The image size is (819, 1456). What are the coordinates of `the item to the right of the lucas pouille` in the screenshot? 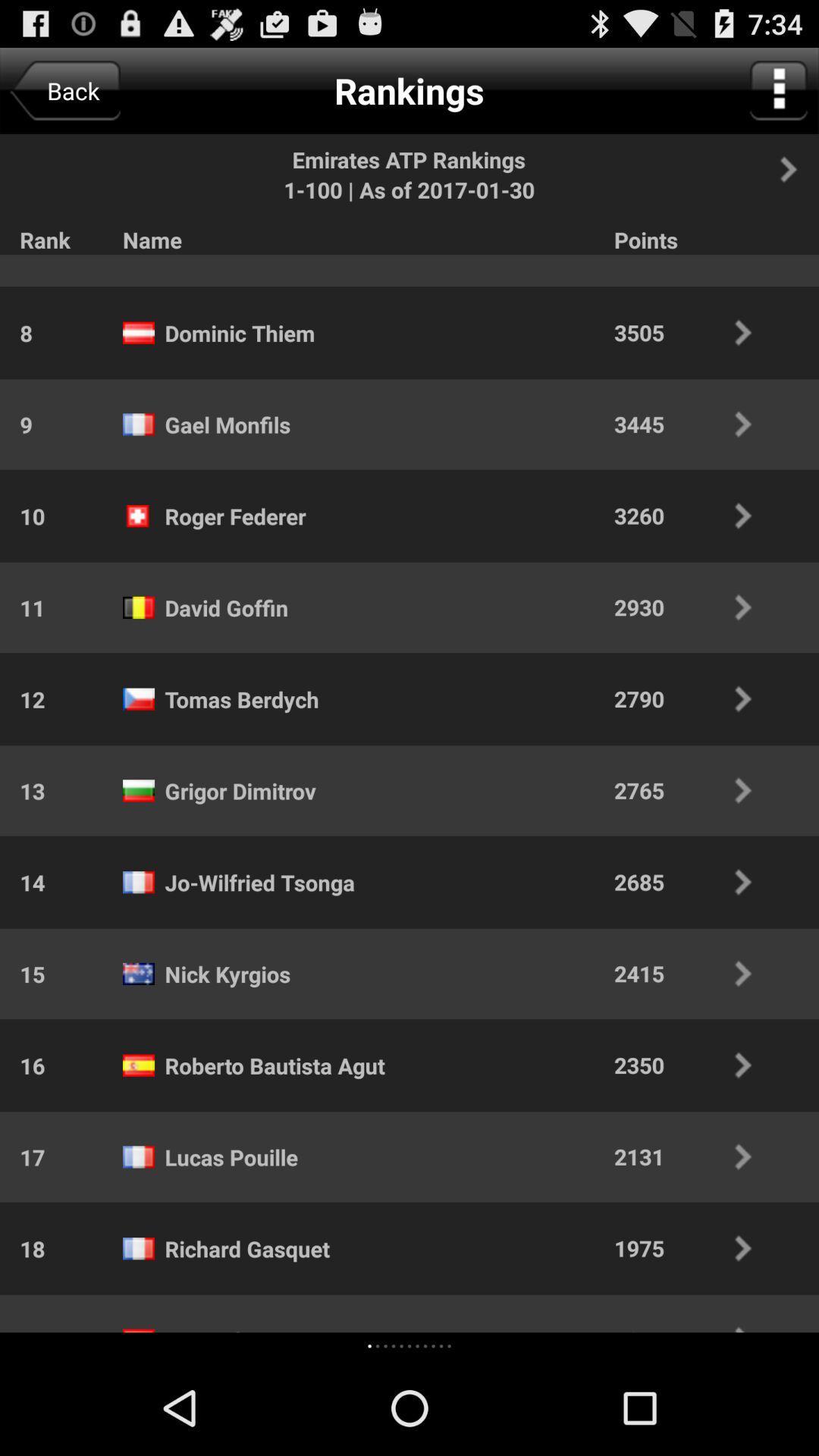 It's located at (693, 1156).